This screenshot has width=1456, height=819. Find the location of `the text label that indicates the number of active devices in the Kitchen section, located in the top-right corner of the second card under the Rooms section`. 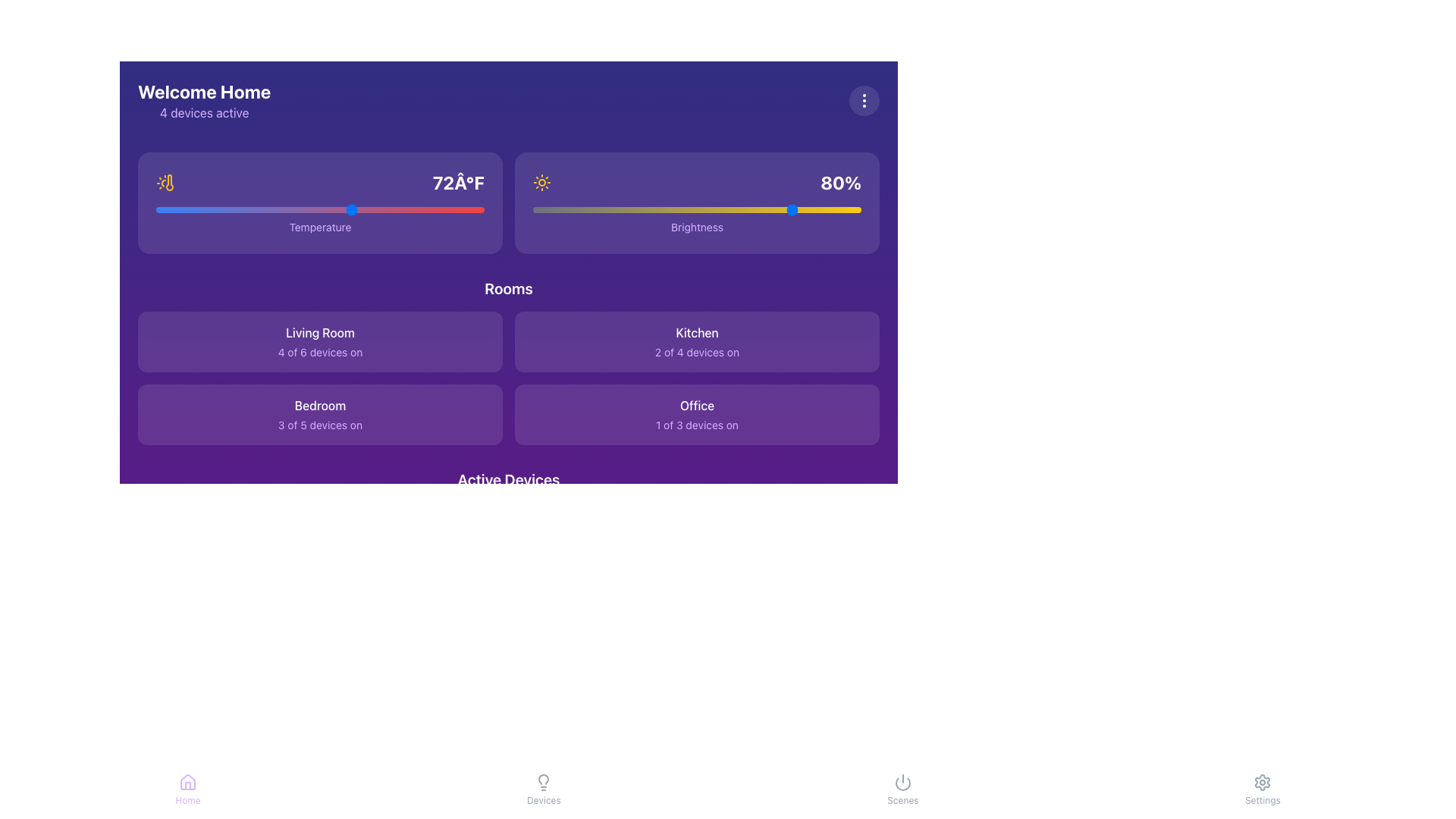

the text label that indicates the number of active devices in the Kitchen section, located in the top-right corner of the second card under the Rooms section is located at coordinates (696, 353).